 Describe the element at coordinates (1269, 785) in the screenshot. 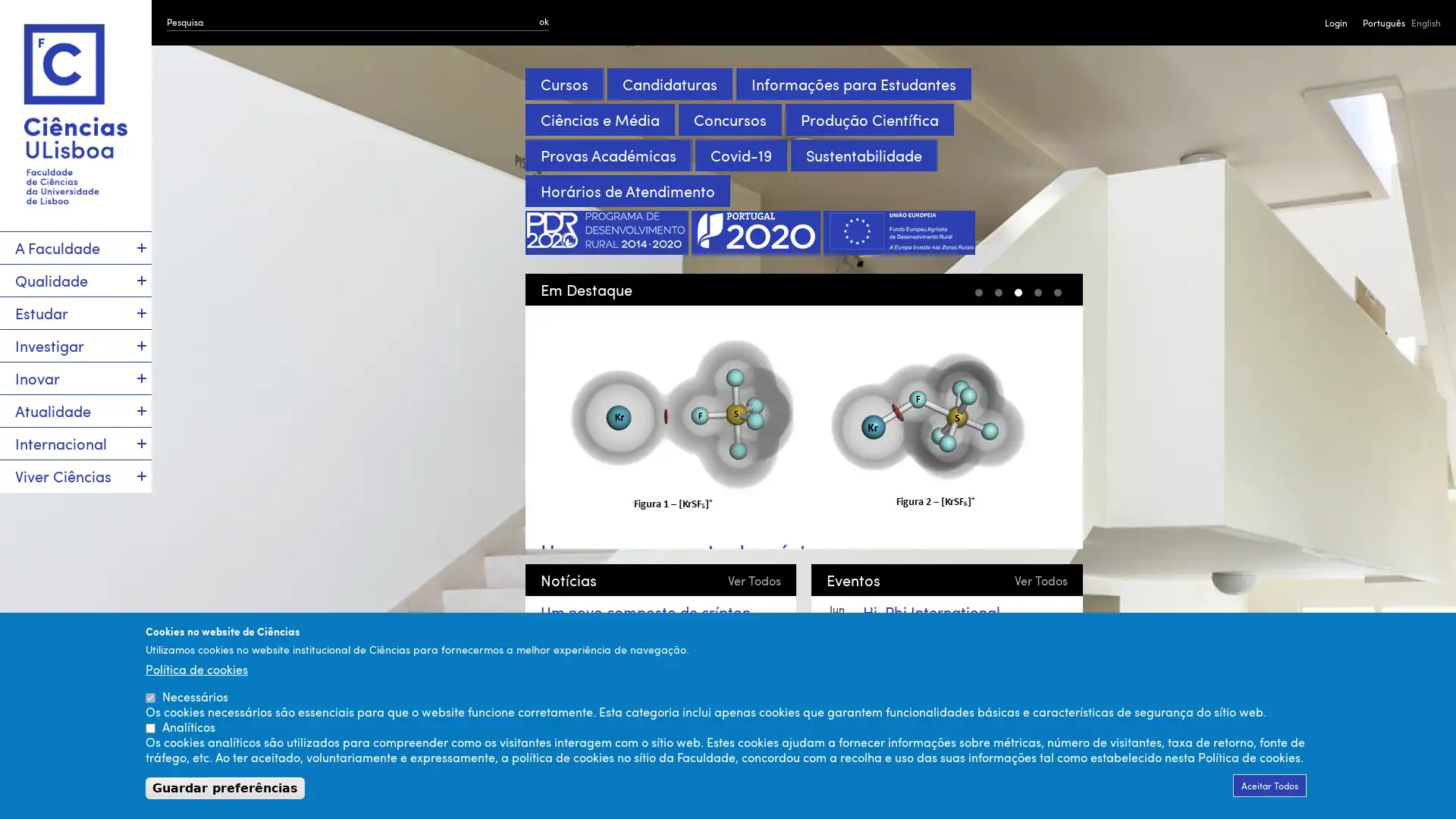

I see `Aceitar Todos` at that location.